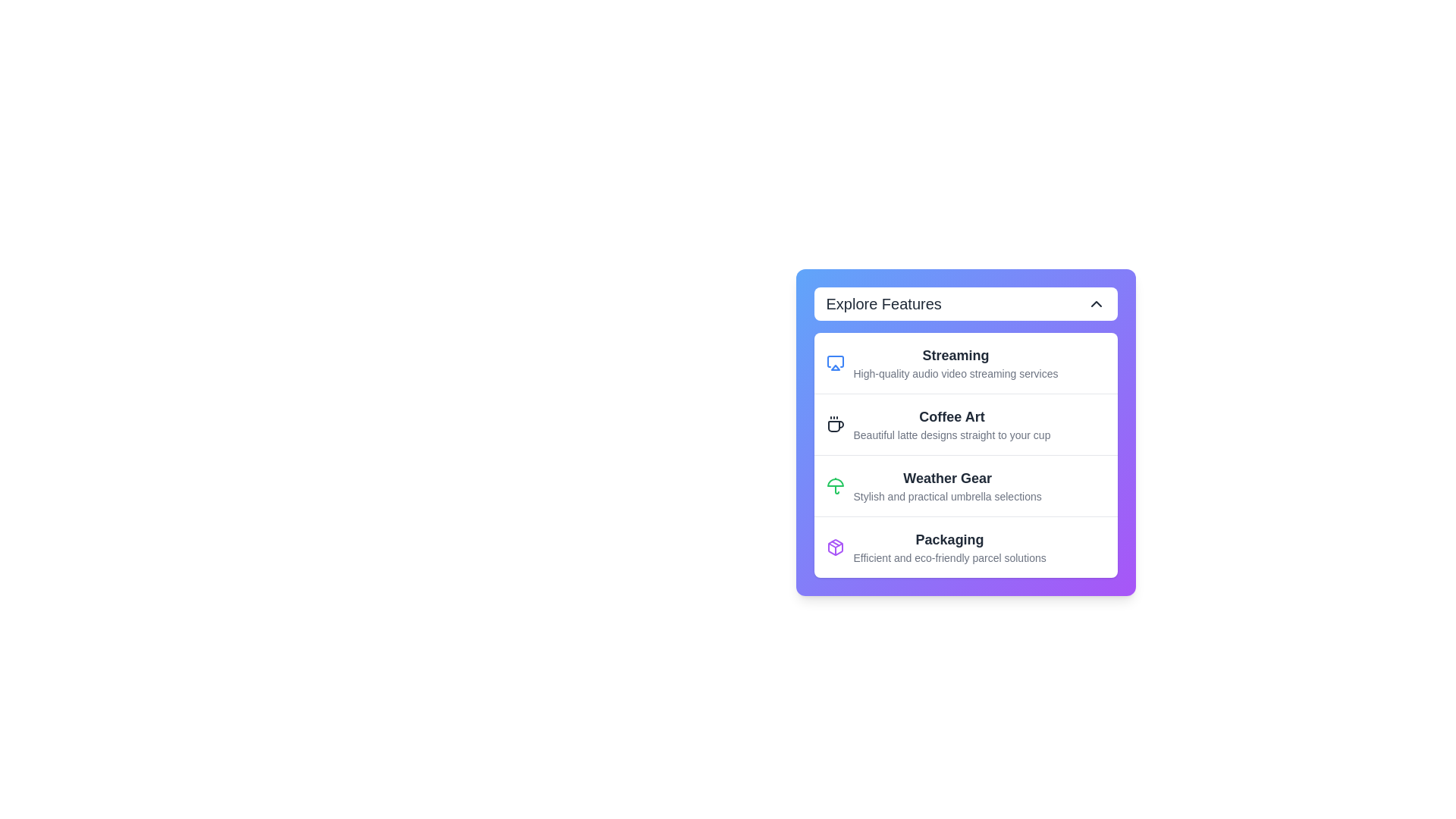 The image size is (1456, 819). What do you see at coordinates (1096, 304) in the screenshot?
I see `the Chevron icon located at the rightmost position in the 'Explore Features' header, which serves as a toggle for expanding or collapsing the section` at bounding box center [1096, 304].